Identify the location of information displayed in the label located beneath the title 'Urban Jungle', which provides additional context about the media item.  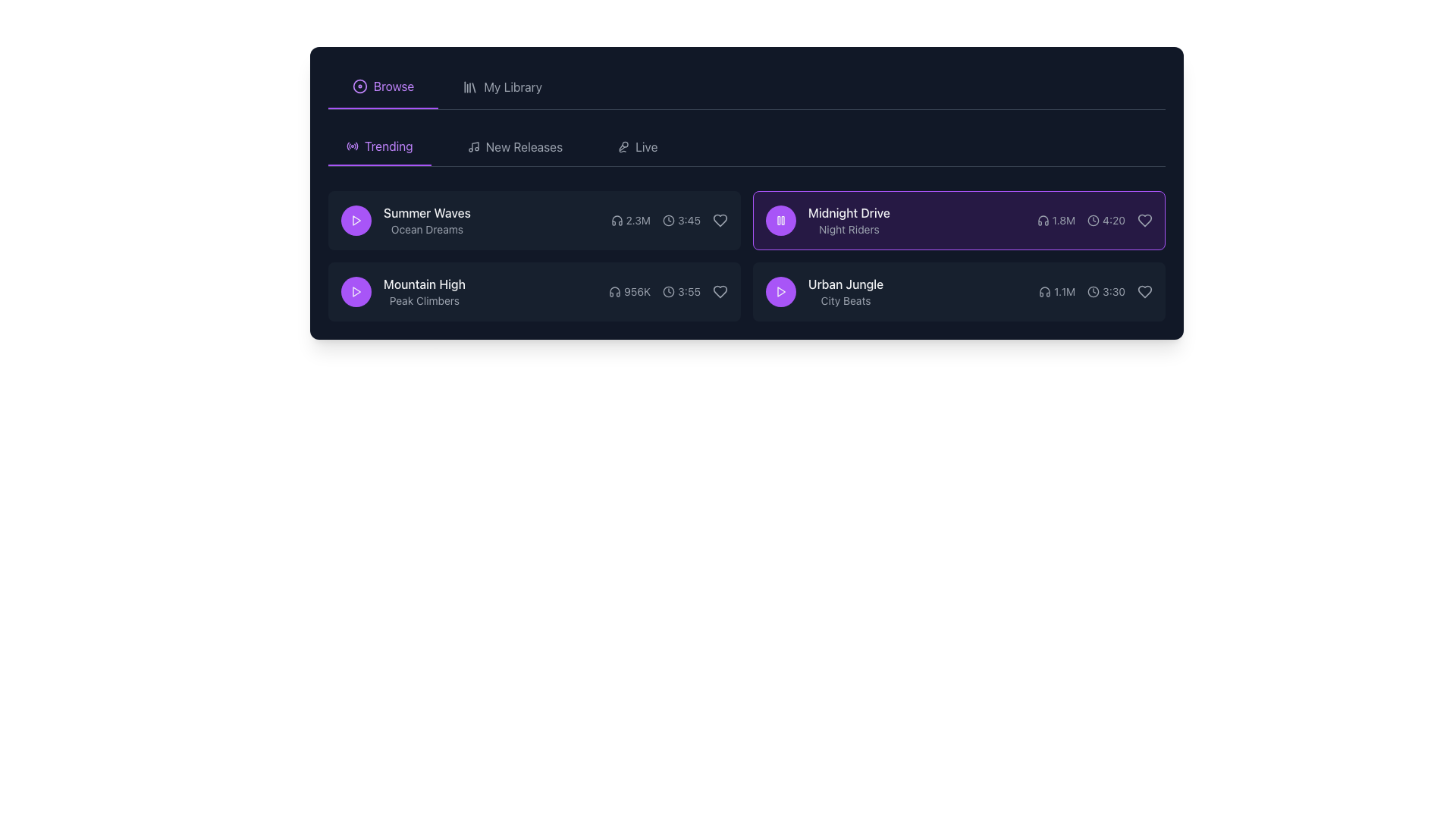
(845, 301).